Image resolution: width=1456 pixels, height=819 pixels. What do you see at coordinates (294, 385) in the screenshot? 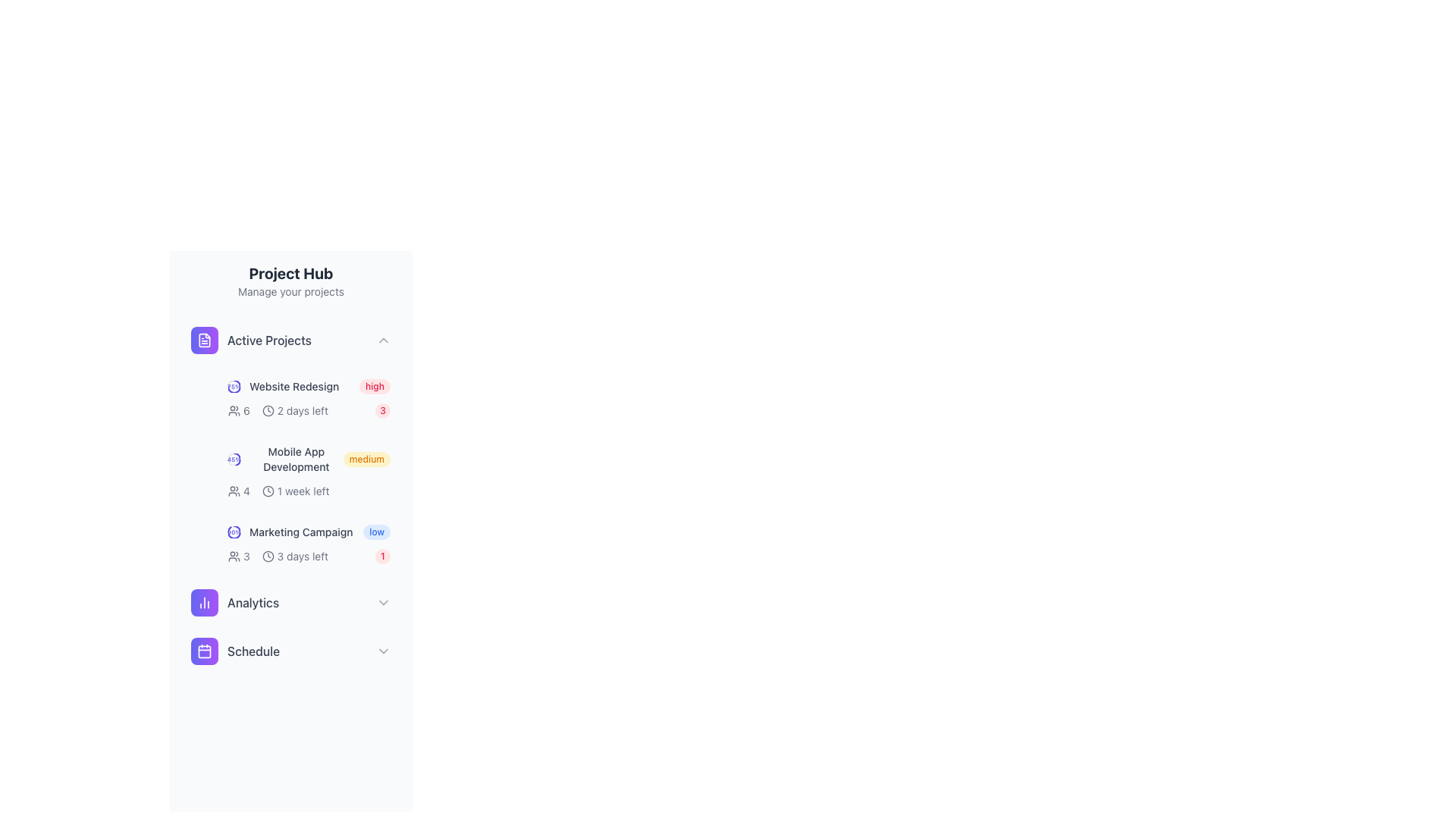
I see `the text label displaying 'Website Redesign' in gray color, which is the second item under the 'Active Projects' section` at bounding box center [294, 385].